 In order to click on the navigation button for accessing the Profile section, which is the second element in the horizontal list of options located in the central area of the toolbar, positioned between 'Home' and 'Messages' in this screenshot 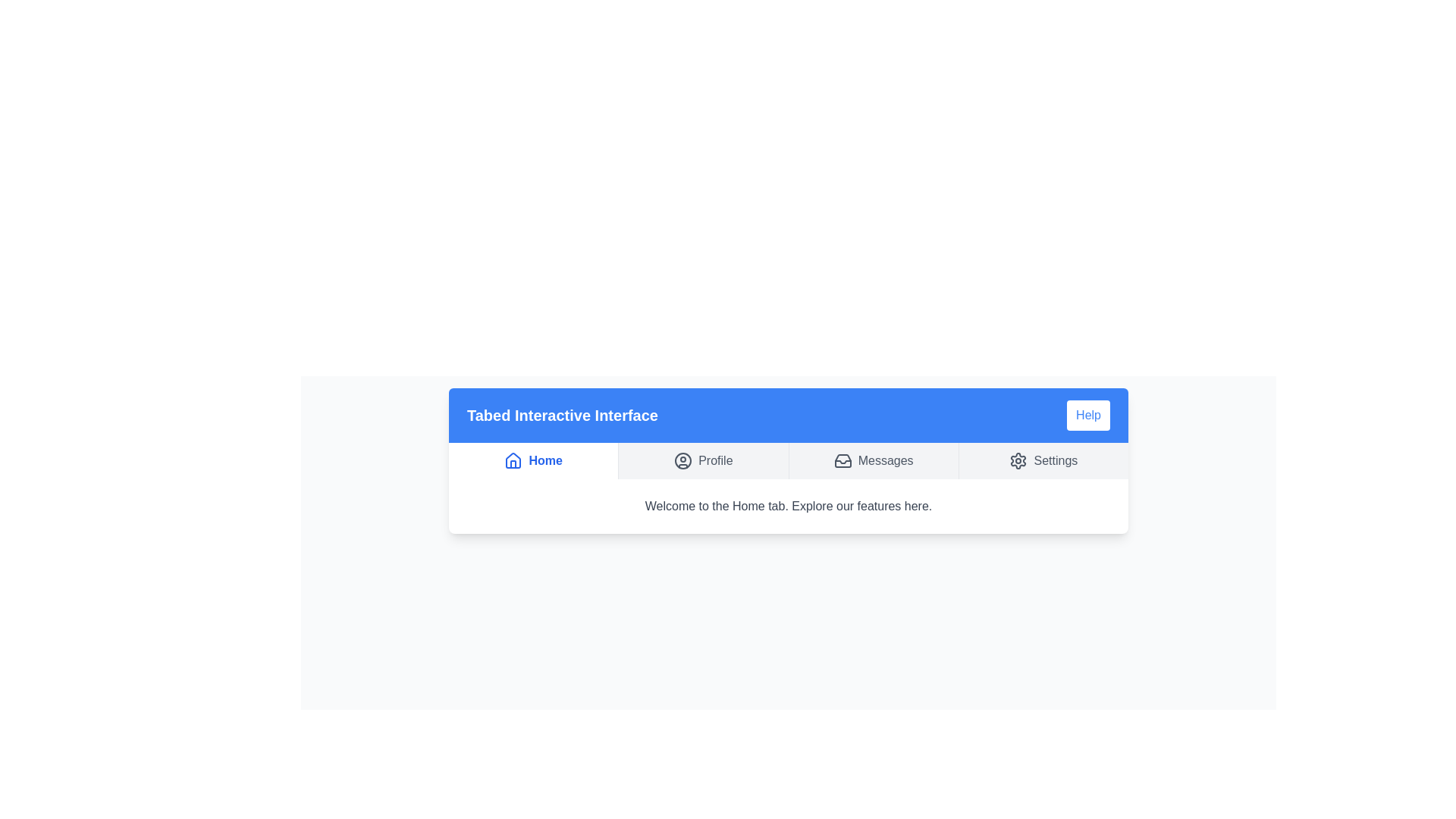, I will do `click(702, 460)`.